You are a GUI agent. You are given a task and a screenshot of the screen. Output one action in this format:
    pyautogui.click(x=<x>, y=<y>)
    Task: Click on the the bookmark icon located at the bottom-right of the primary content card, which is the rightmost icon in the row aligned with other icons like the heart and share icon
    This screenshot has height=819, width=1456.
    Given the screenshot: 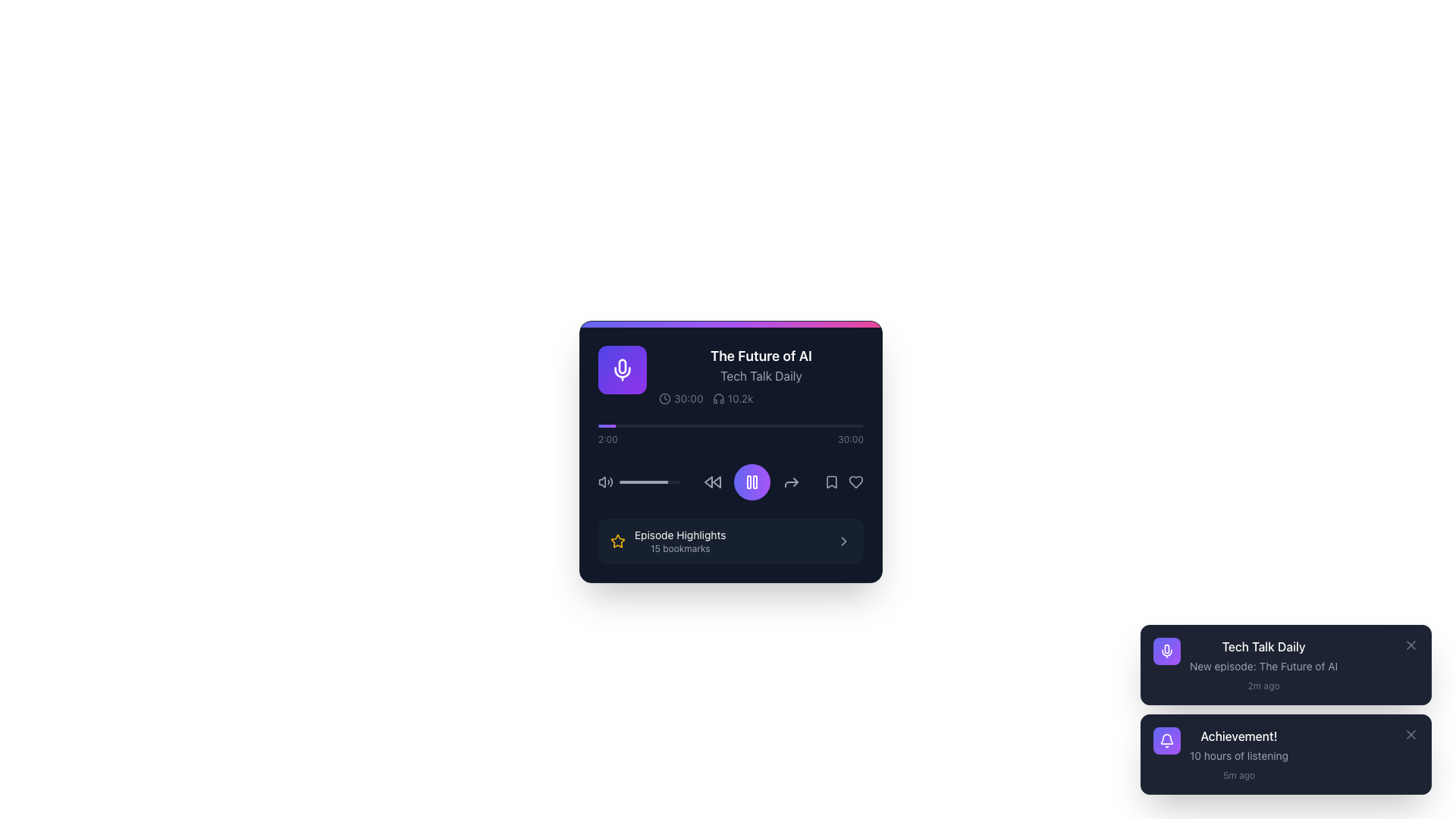 What is the action you would take?
    pyautogui.click(x=831, y=482)
    